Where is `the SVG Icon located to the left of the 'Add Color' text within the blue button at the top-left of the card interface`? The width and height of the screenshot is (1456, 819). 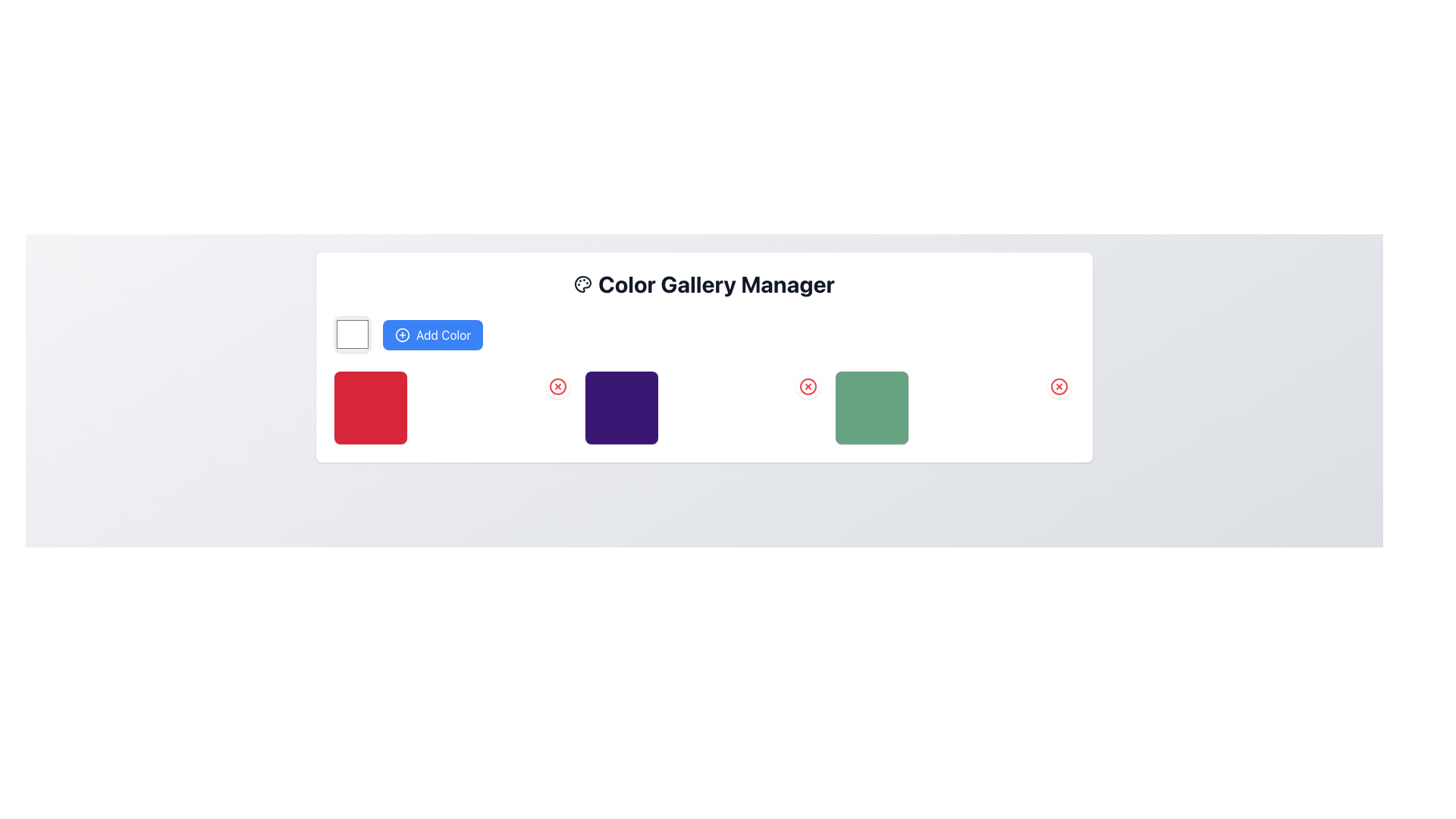
the SVG Icon located to the left of the 'Add Color' text within the blue button at the top-left of the card interface is located at coordinates (403, 334).